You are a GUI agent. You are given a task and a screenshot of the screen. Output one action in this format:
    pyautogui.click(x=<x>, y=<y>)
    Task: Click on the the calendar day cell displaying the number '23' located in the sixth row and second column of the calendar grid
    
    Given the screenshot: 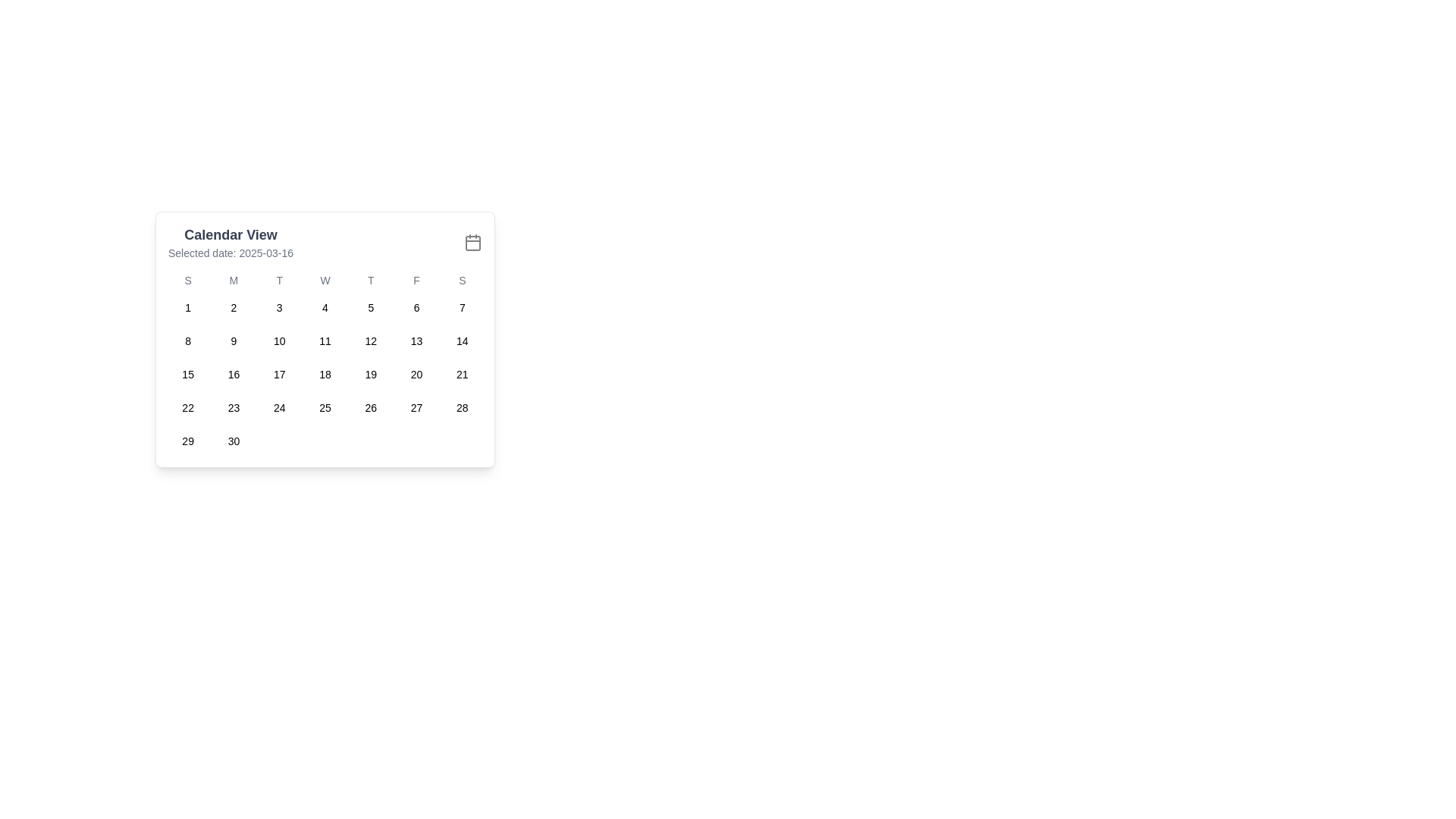 What is the action you would take?
    pyautogui.click(x=233, y=406)
    